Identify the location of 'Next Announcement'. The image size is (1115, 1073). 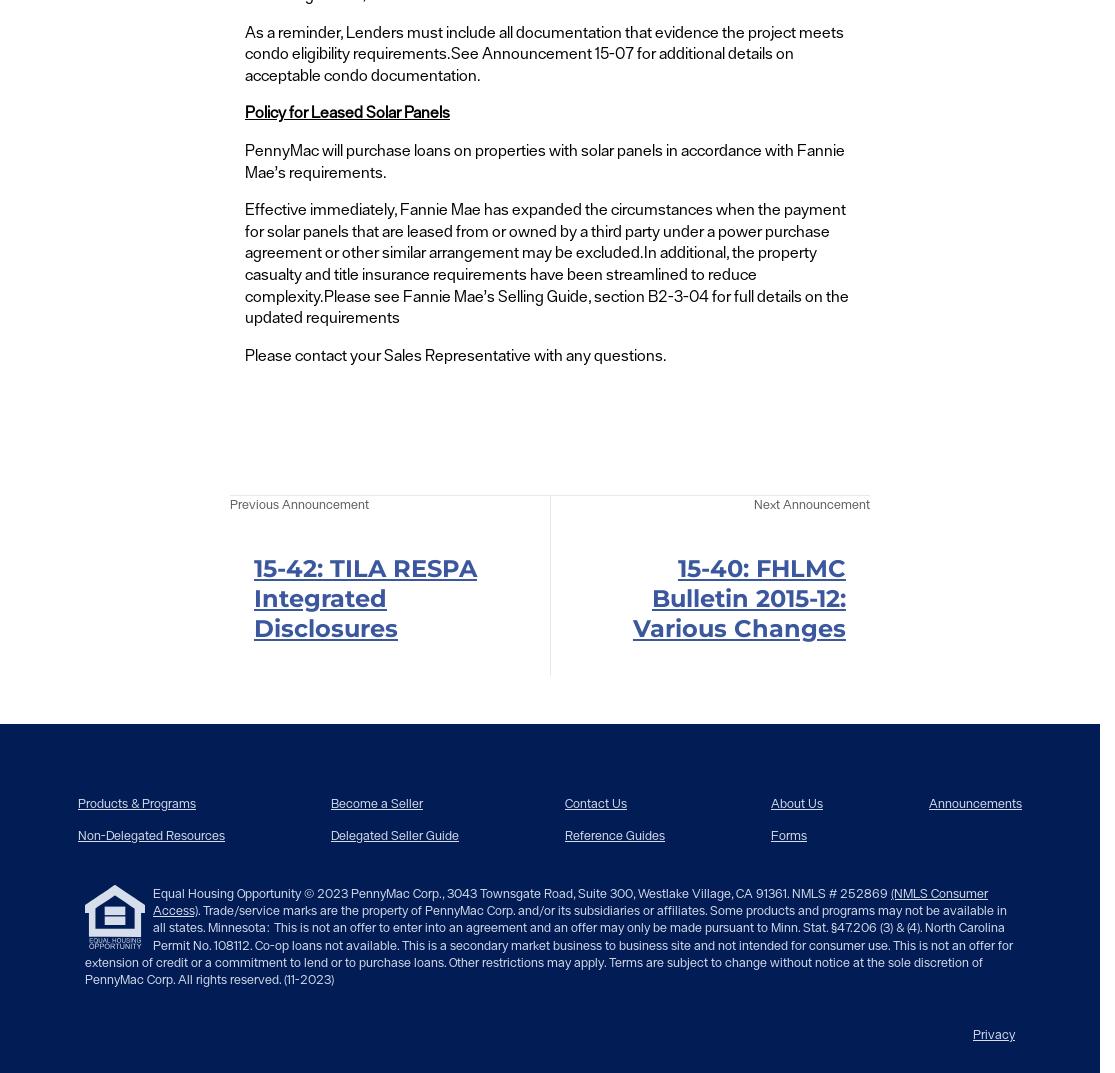
(752, 503).